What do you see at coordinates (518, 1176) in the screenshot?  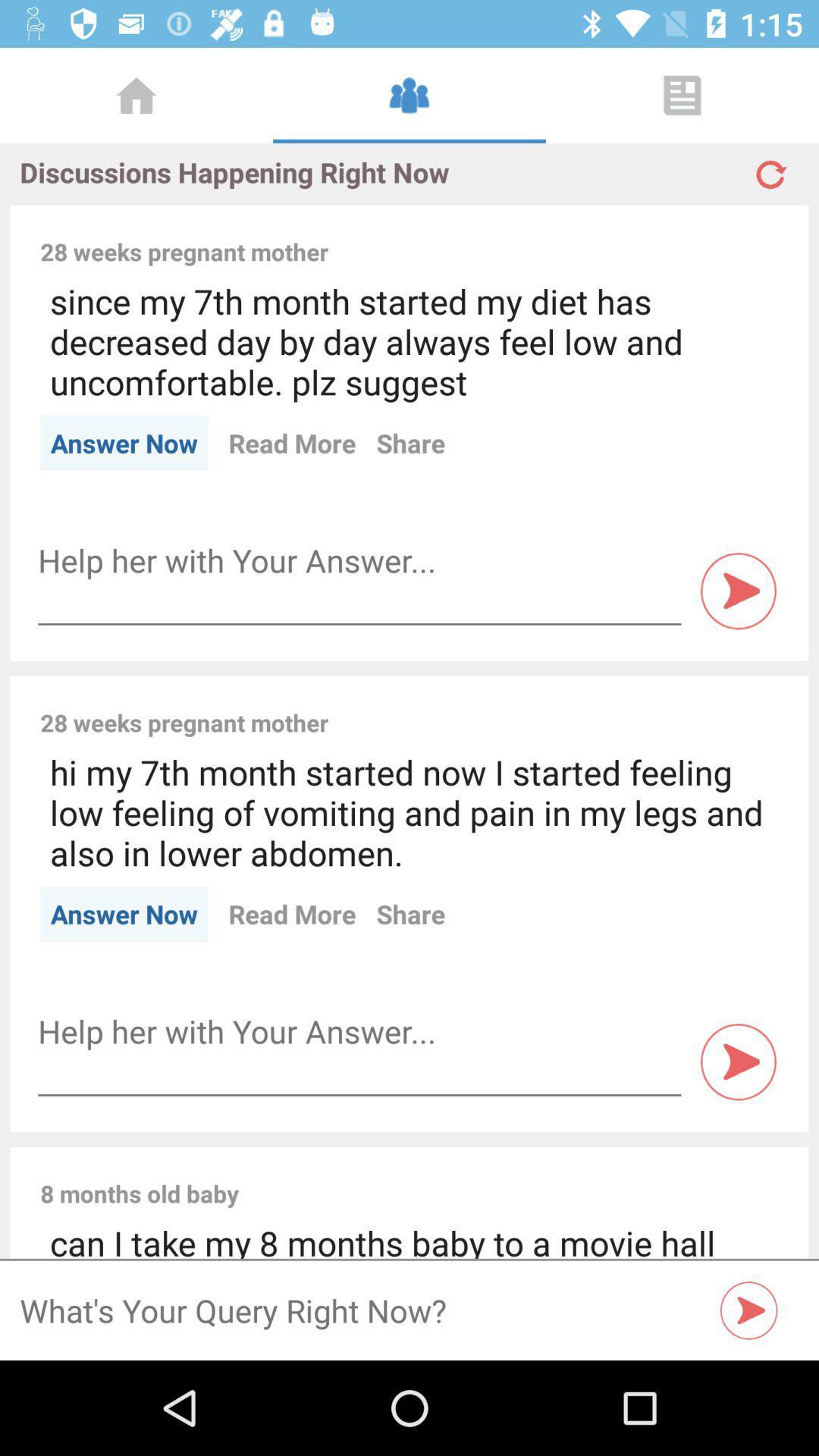 I see `icon next to the 8 months old icon` at bounding box center [518, 1176].